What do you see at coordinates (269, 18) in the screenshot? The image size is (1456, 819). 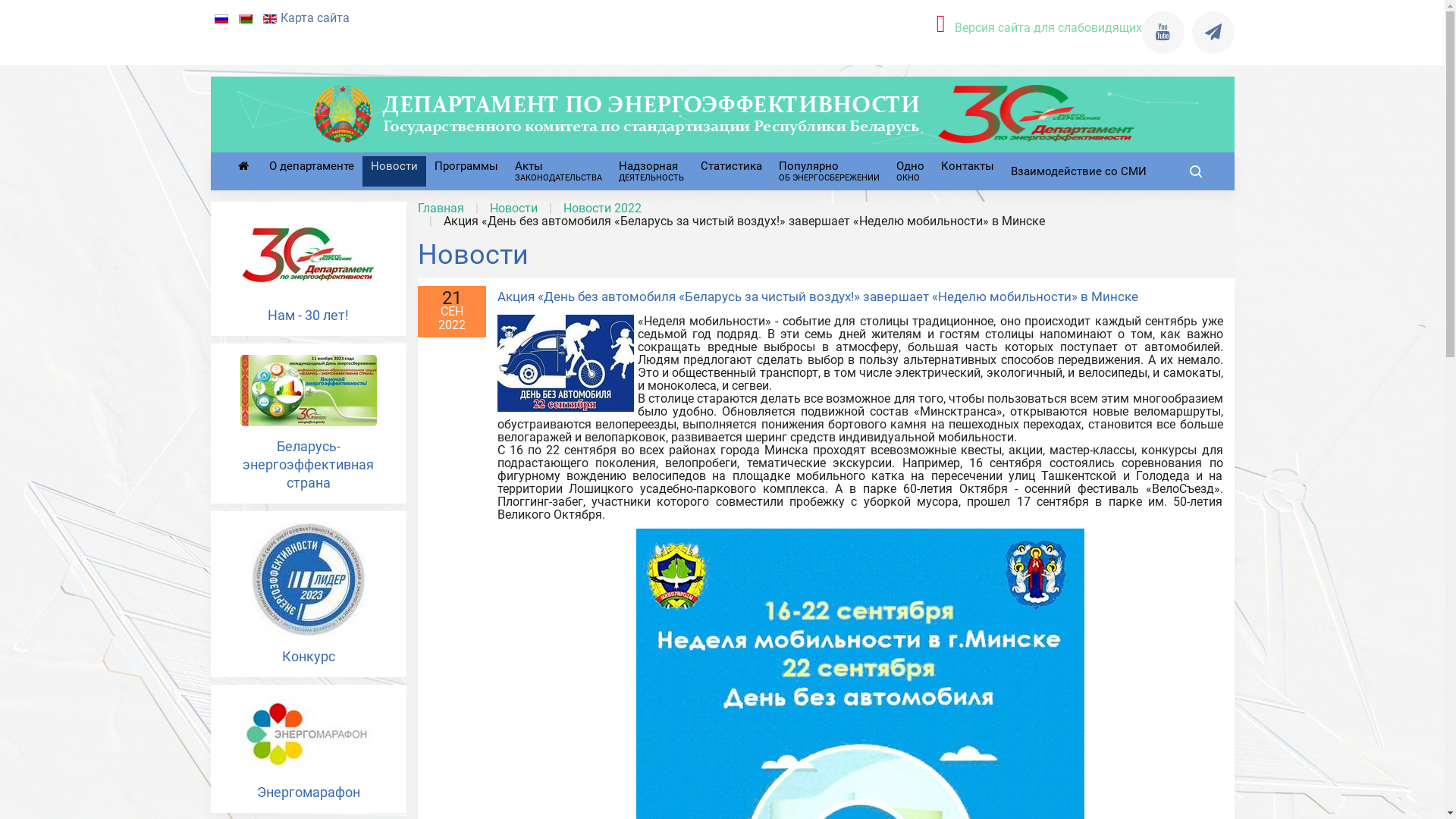 I see `'English (UK)'` at bounding box center [269, 18].